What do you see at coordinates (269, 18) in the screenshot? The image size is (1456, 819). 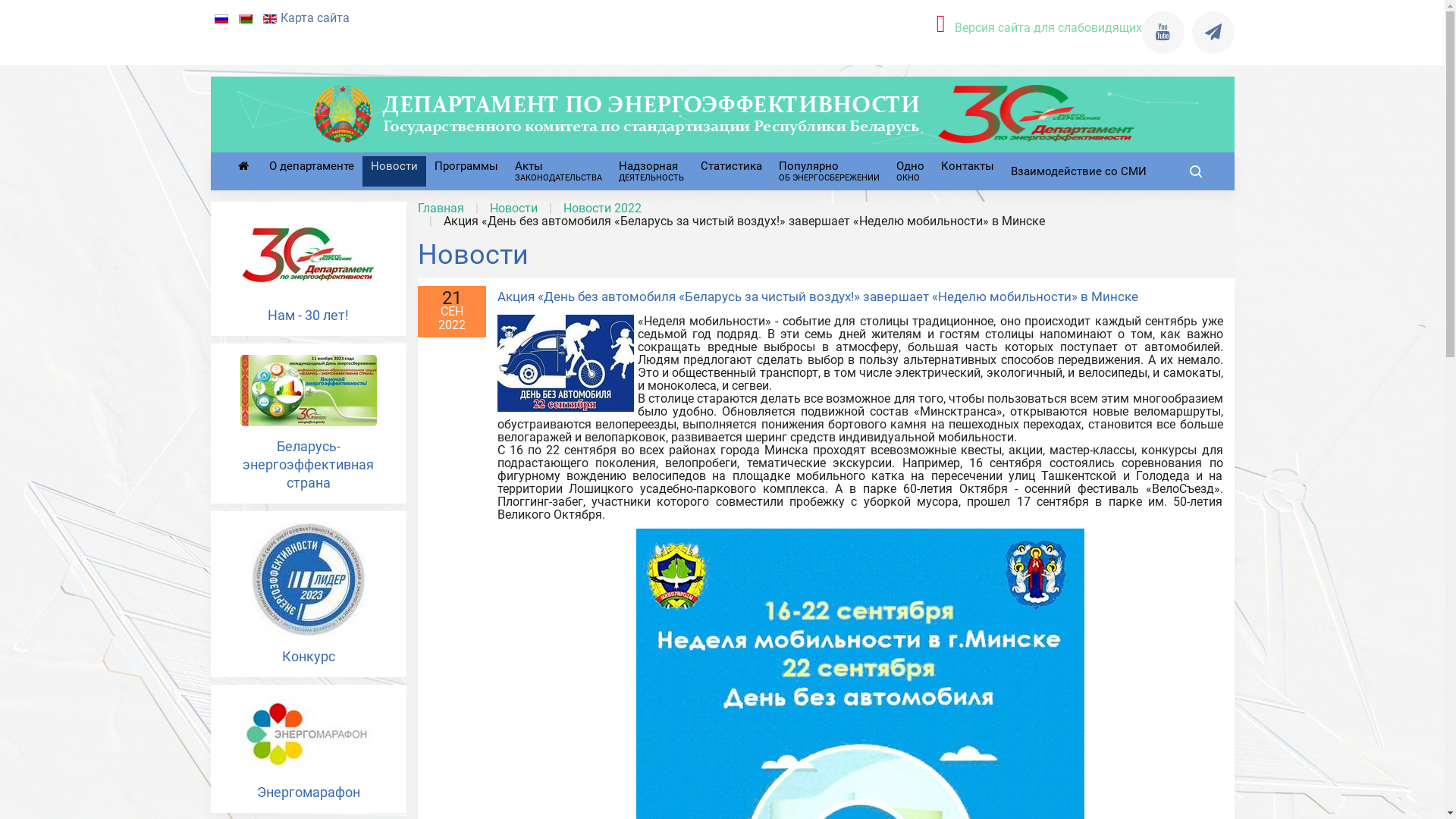 I see `'English (UK)'` at bounding box center [269, 18].